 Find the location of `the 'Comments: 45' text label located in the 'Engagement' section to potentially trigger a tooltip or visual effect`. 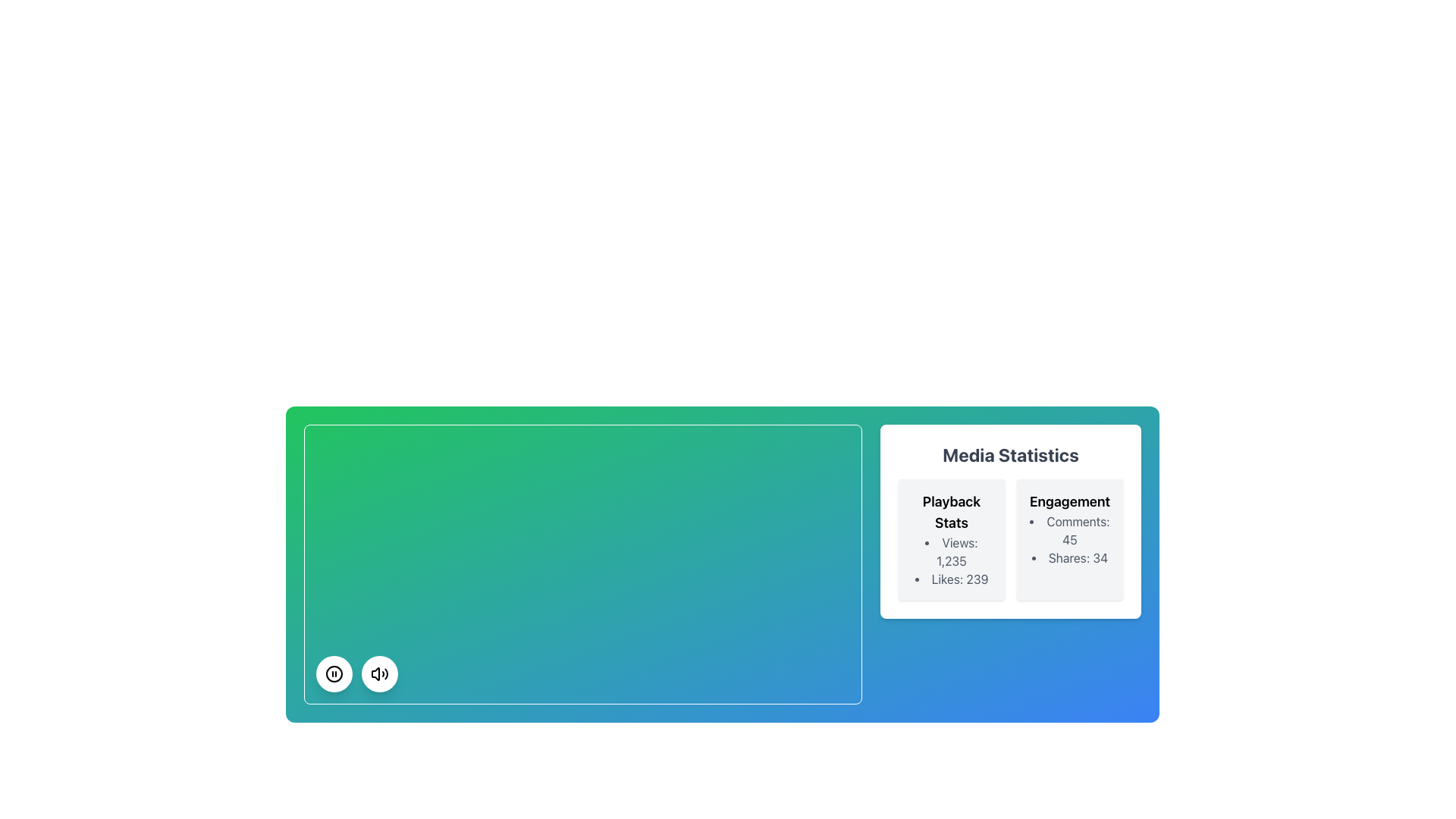

the 'Comments: 45' text label located in the 'Engagement' section to potentially trigger a tooltip or visual effect is located at coordinates (1069, 529).